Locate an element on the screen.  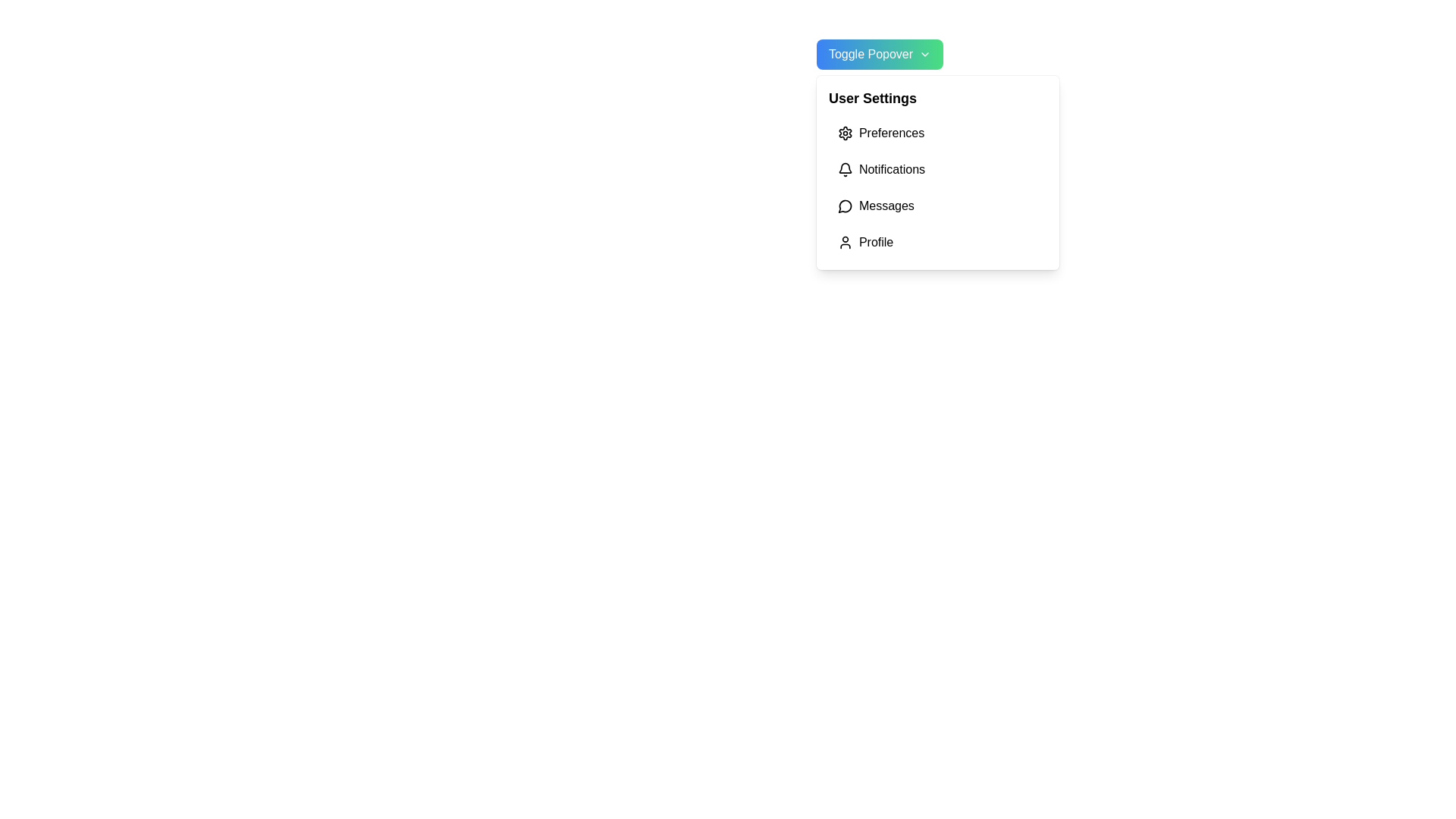
the settings icon, which resembles a cogwheel, located to the left of the 'Preferences' text in the 'User Settings' dropdown menu is located at coordinates (844, 133).